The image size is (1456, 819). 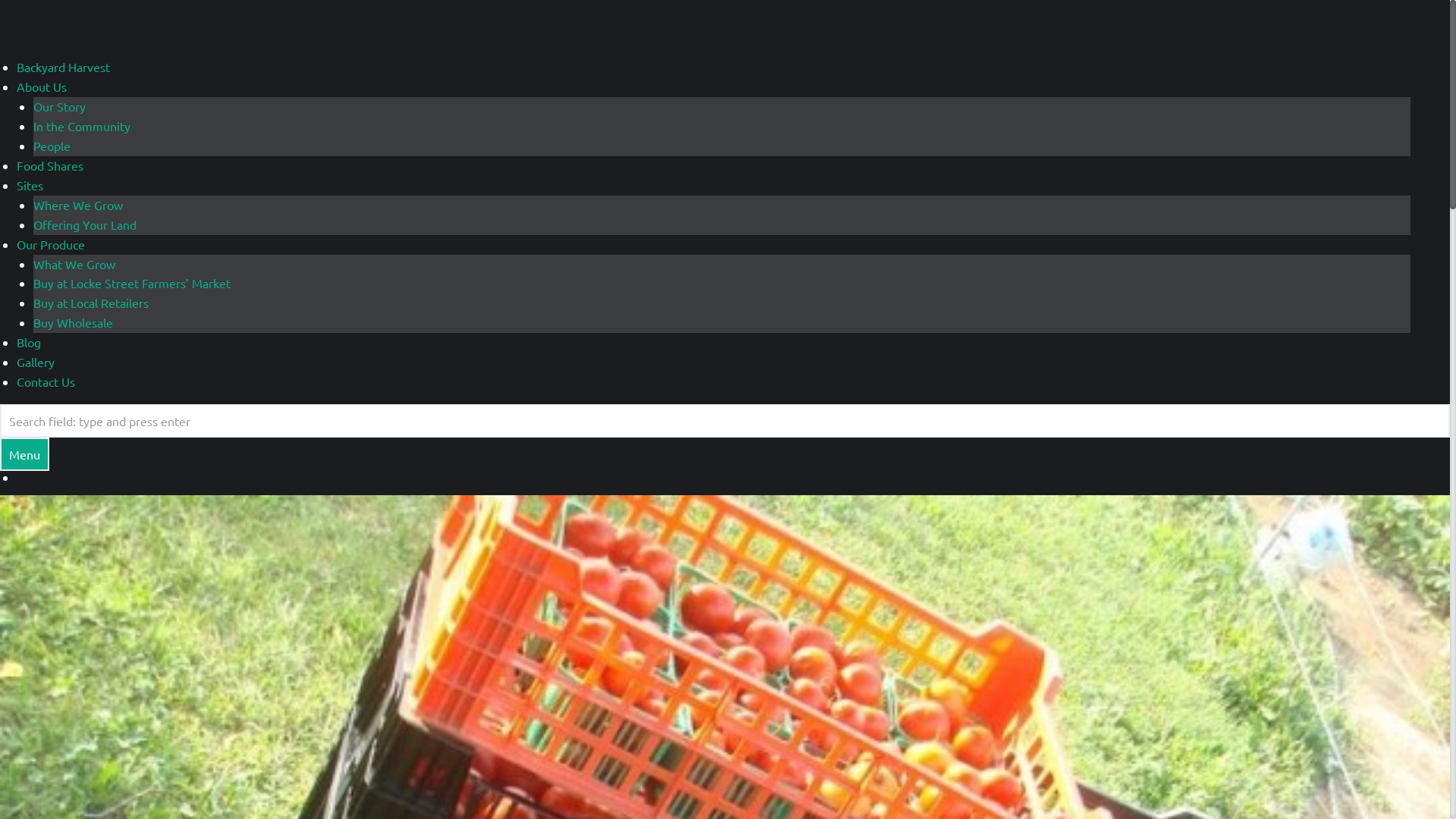 What do you see at coordinates (17, 165) in the screenshot?
I see `'Food Shares'` at bounding box center [17, 165].